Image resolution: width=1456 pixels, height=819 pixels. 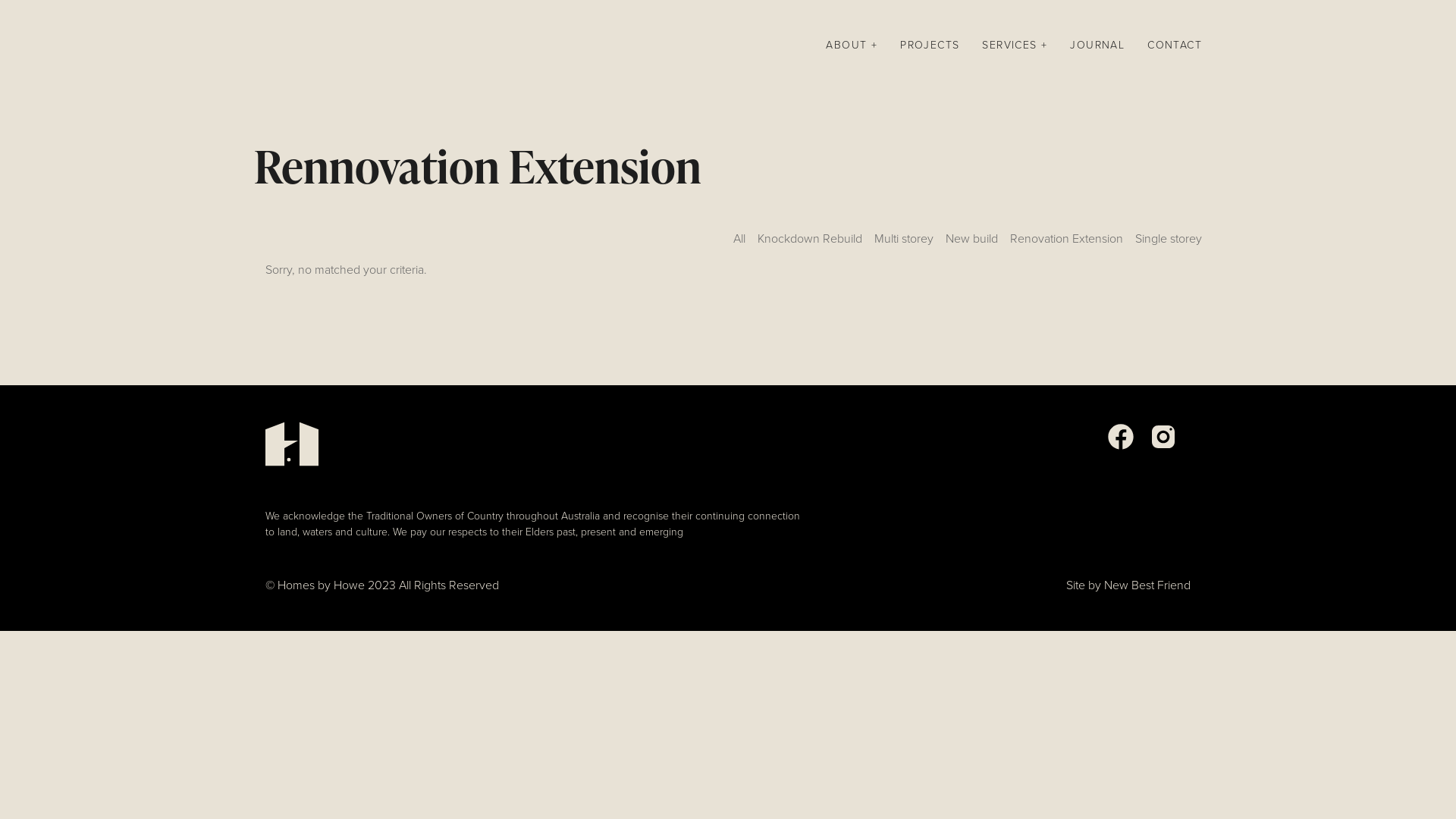 I want to click on 'Homes by Howe on Instagram', so click(x=1163, y=446).